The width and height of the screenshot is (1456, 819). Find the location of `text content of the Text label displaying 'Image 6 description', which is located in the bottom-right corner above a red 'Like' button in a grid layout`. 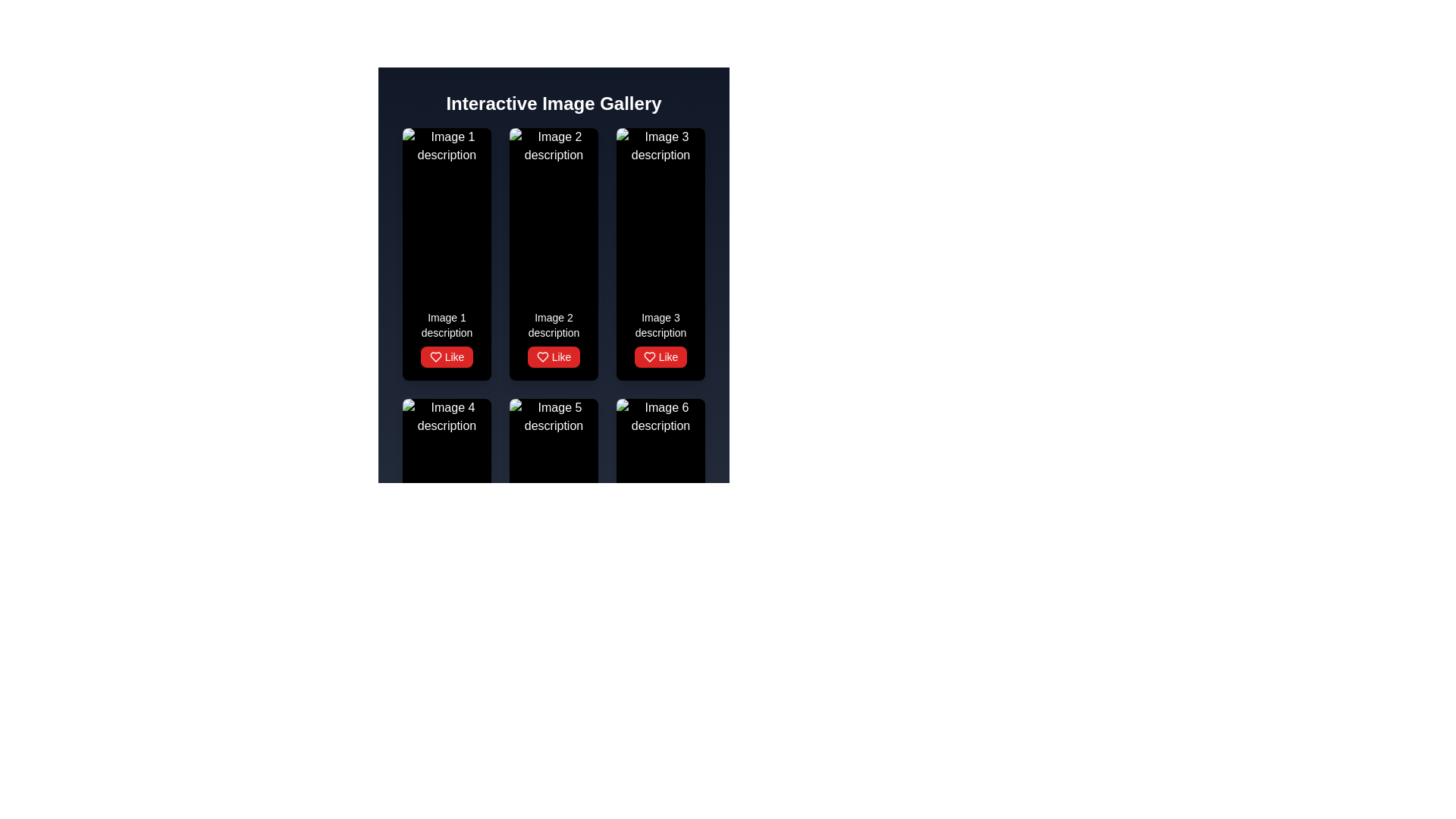

text content of the Text label displaying 'Image 6 description', which is located in the bottom-right corner above a red 'Like' button in a grid layout is located at coordinates (661, 595).